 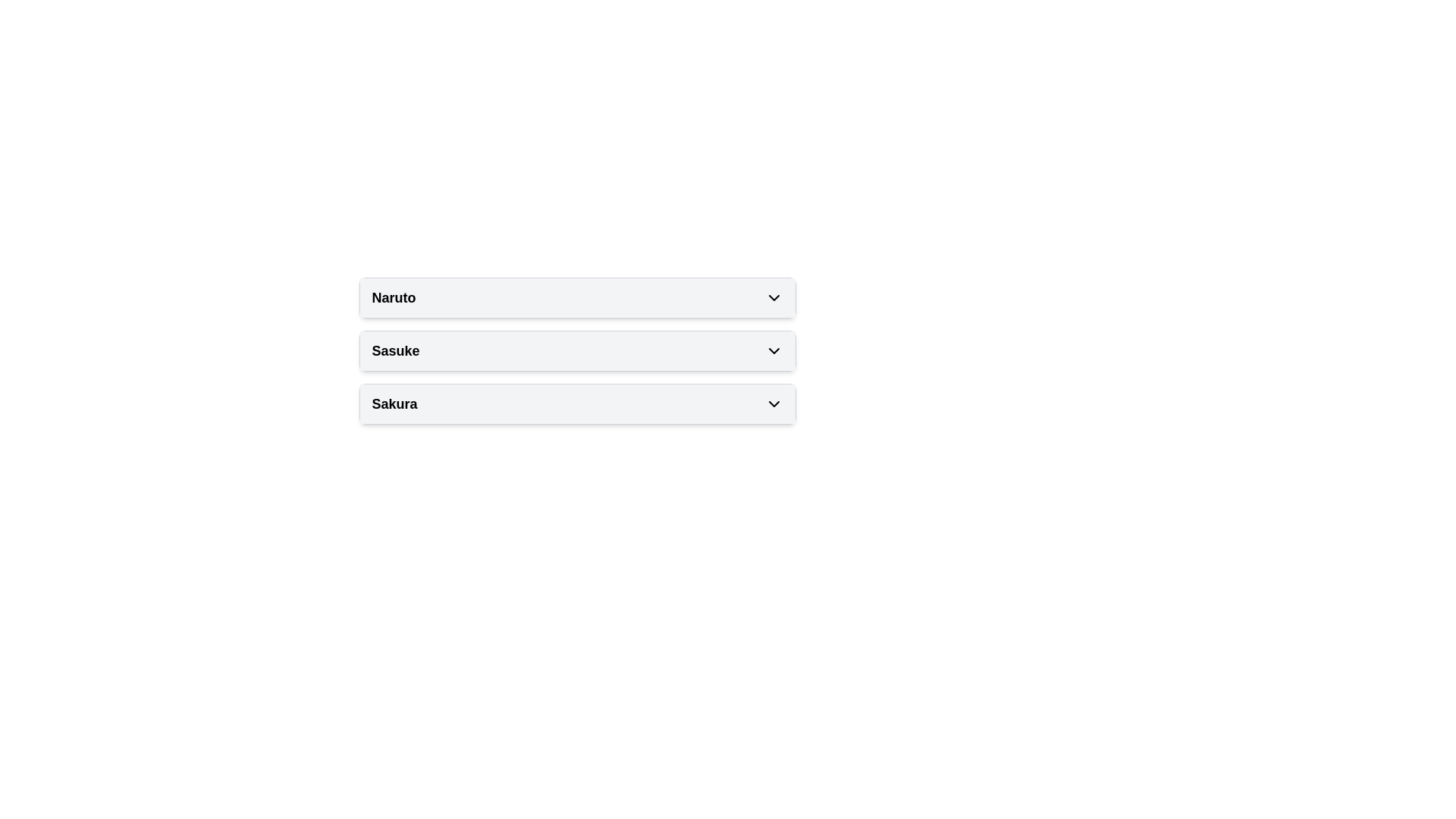 What do you see at coordinates (773, 298) in the screenshot?
I see `the chevron-shaped arrow pointing downward in the dropdown menu header labeled 'Naruto'` at bounding box center [773, 298].